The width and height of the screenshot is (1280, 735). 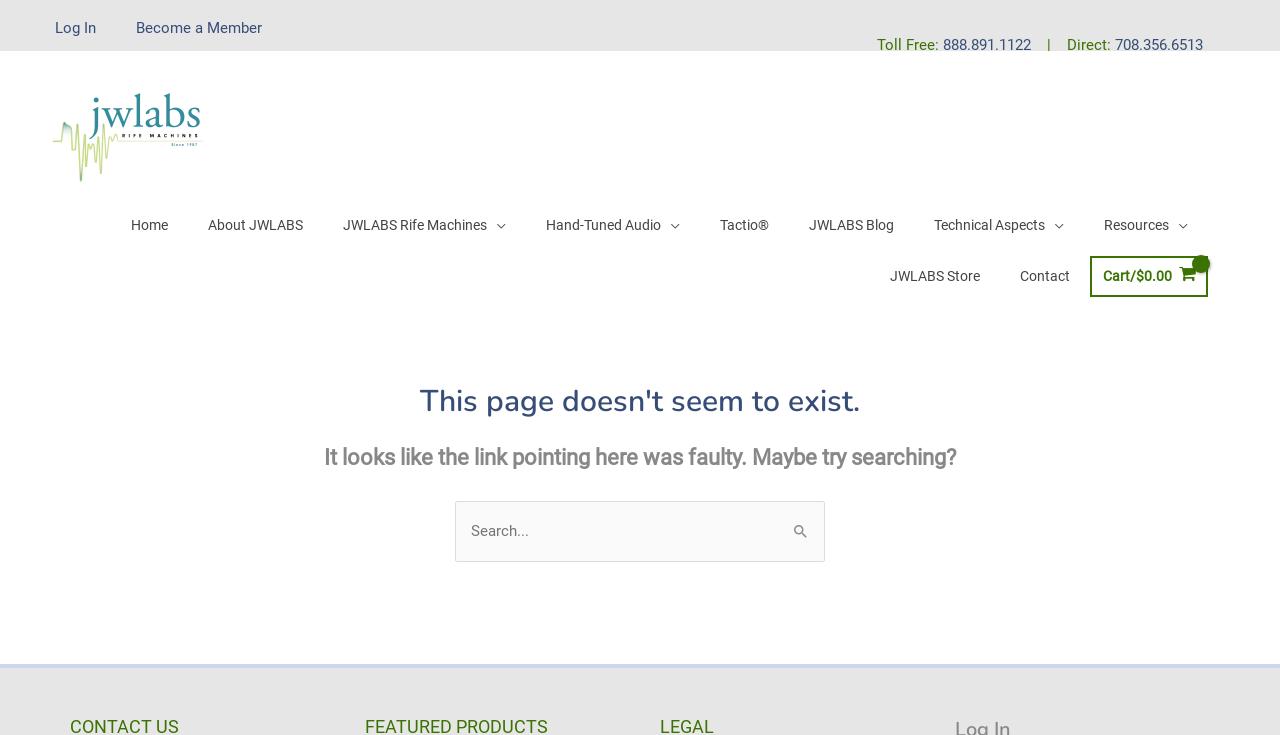 What do you see at coordinates (253, 223) in the screenshot?
I see `'About JWLABS'` at bounding box center [253, 223].